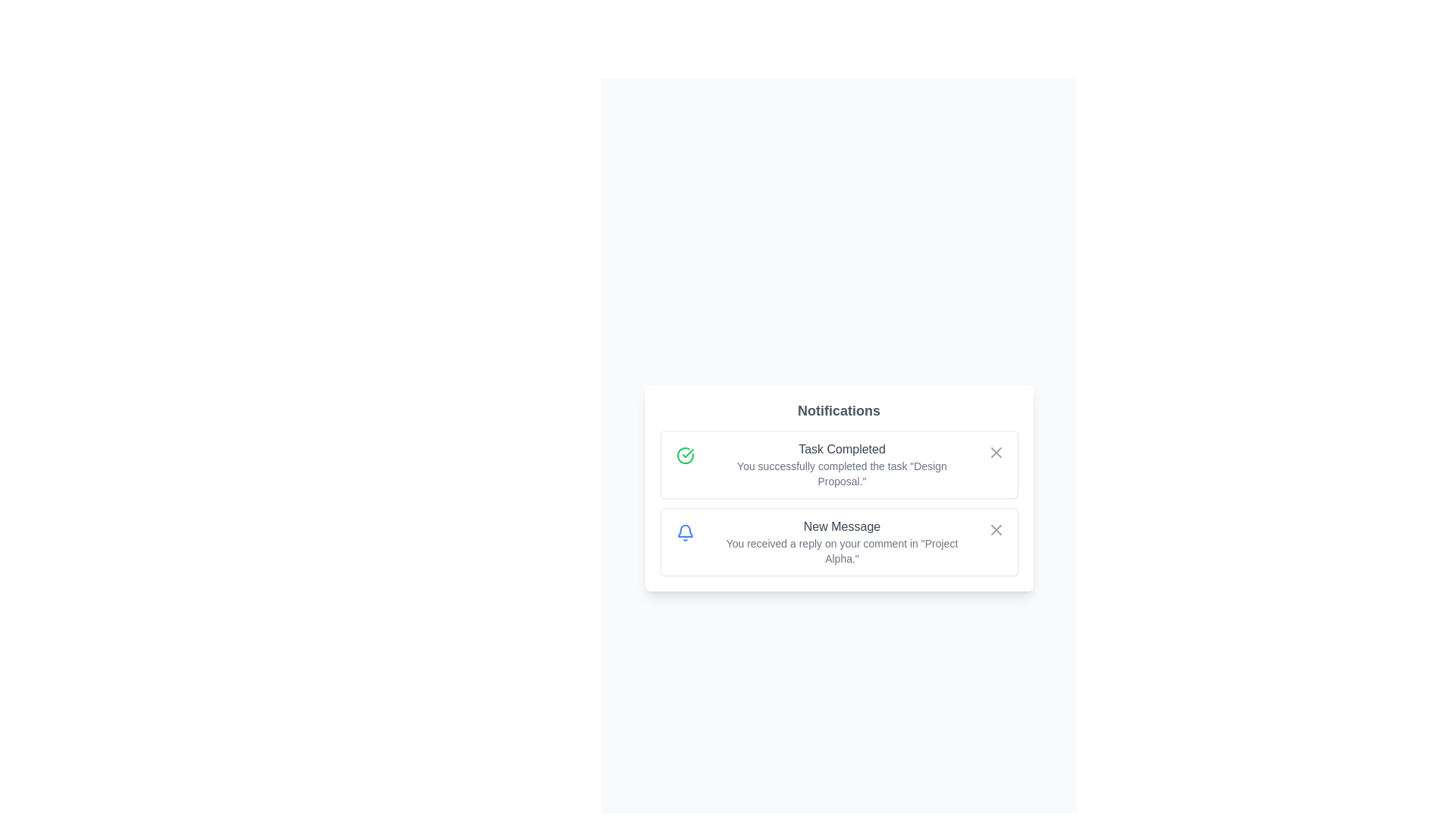 The width and height of the screenshot is (1456, 819). Describe the element at coordinates (996, 452) in the screenshot. I see `the close button of the notification with title Task Completed` at that location.